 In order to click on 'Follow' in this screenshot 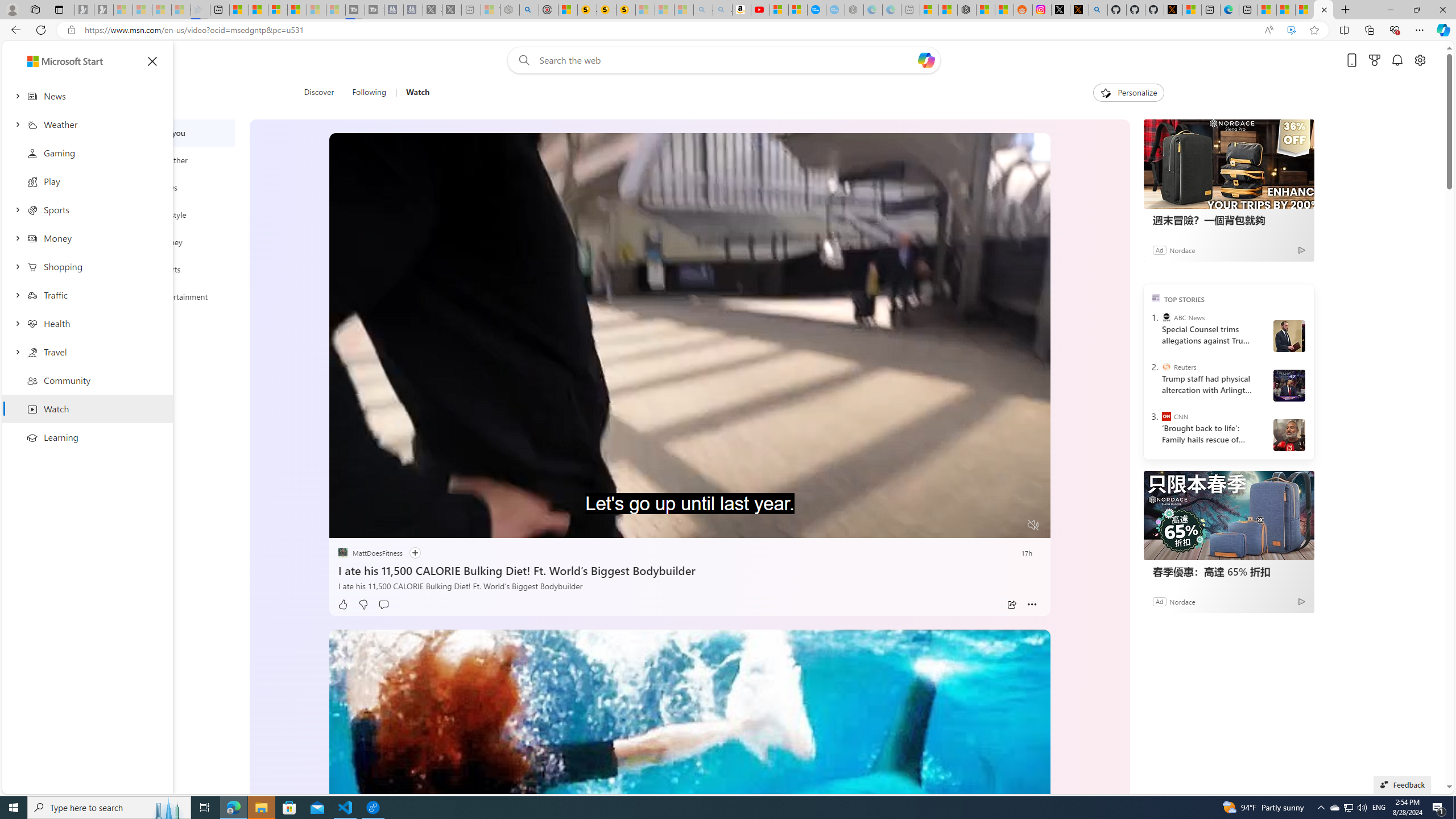, I will do `click(415, 553)`.